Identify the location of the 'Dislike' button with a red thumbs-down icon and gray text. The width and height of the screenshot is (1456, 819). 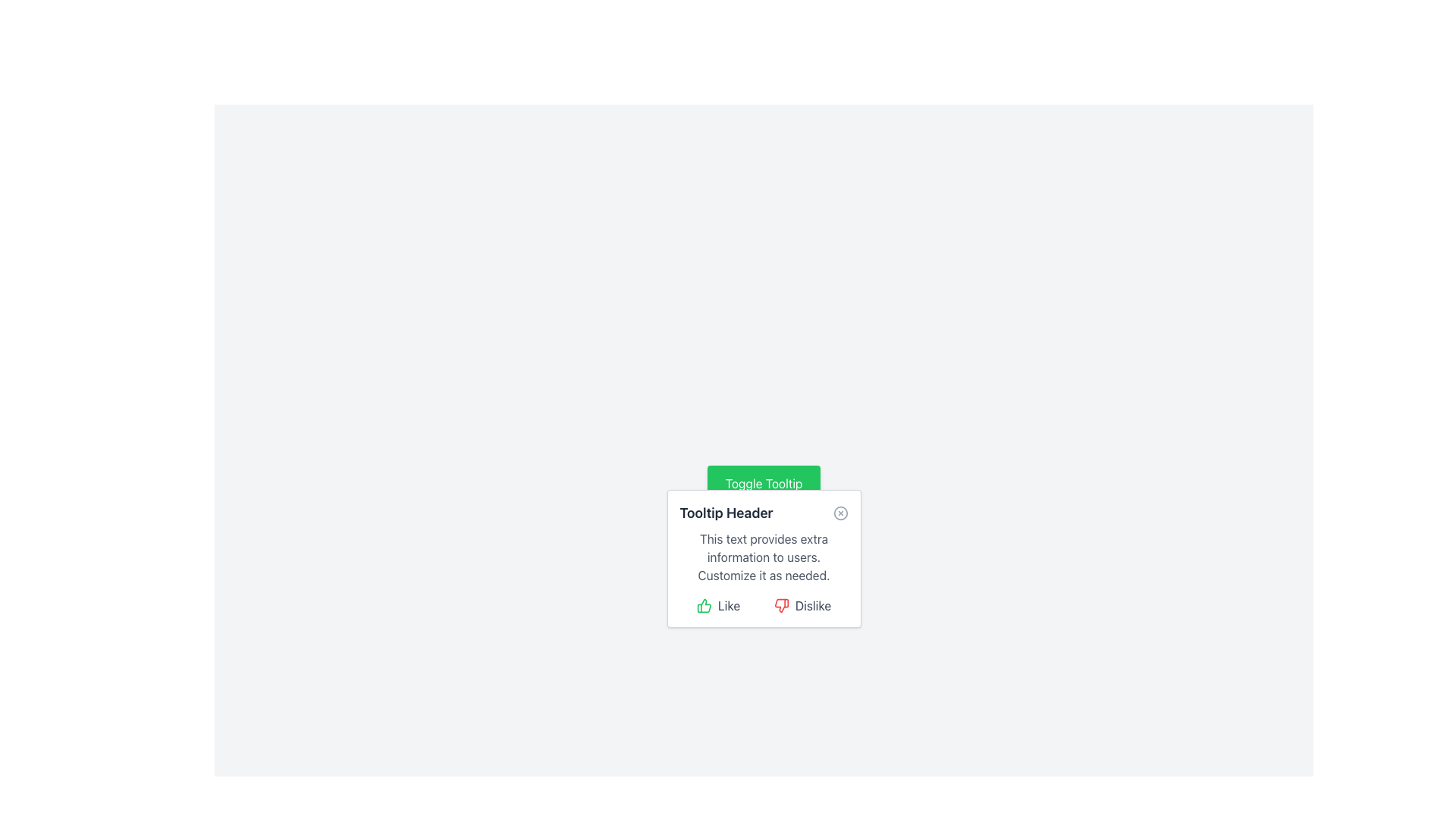
(802, 604).